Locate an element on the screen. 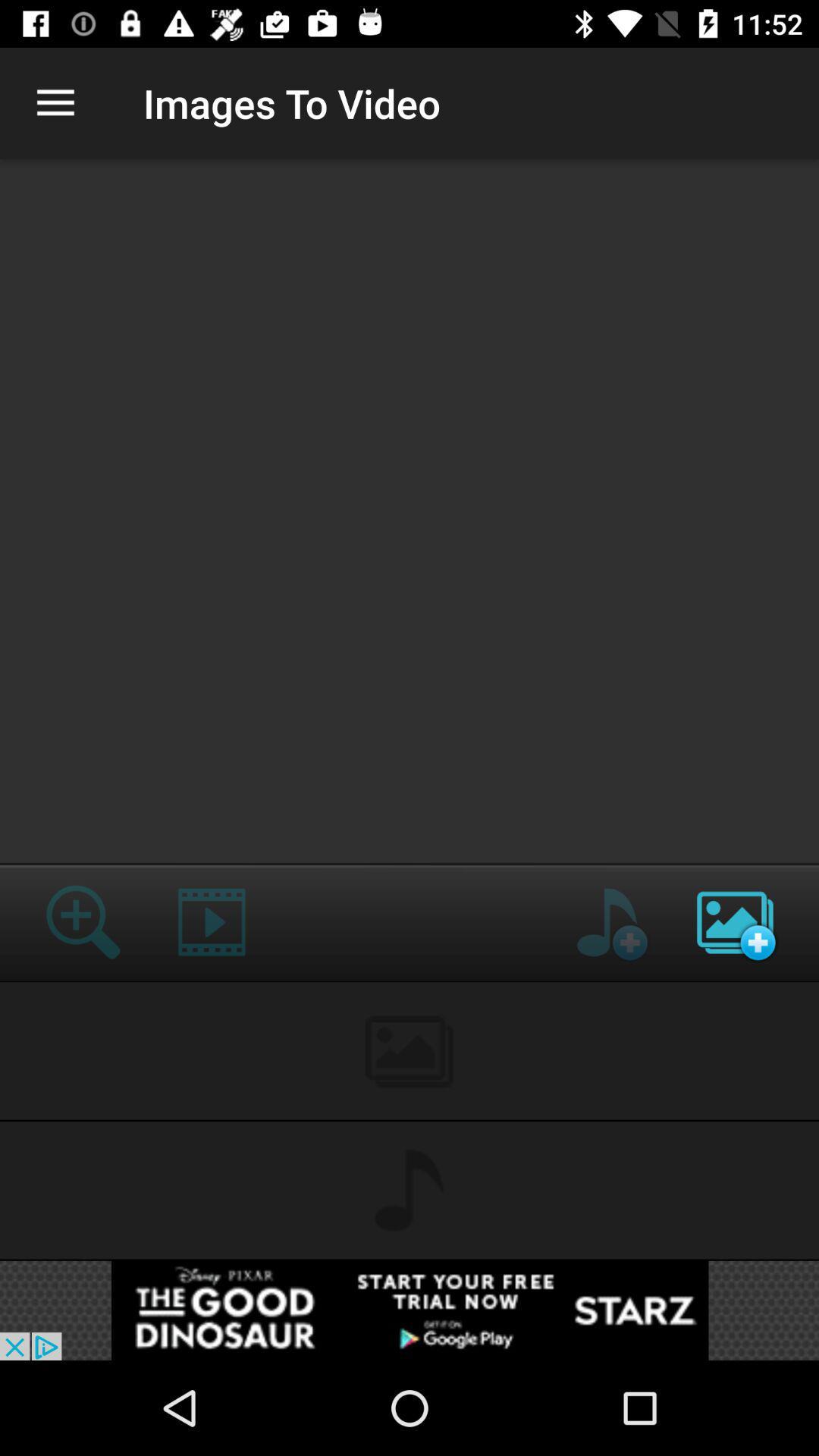 The height and width of the screenshot is (1456, 819). the music icon is located at coordinates (606, 921).